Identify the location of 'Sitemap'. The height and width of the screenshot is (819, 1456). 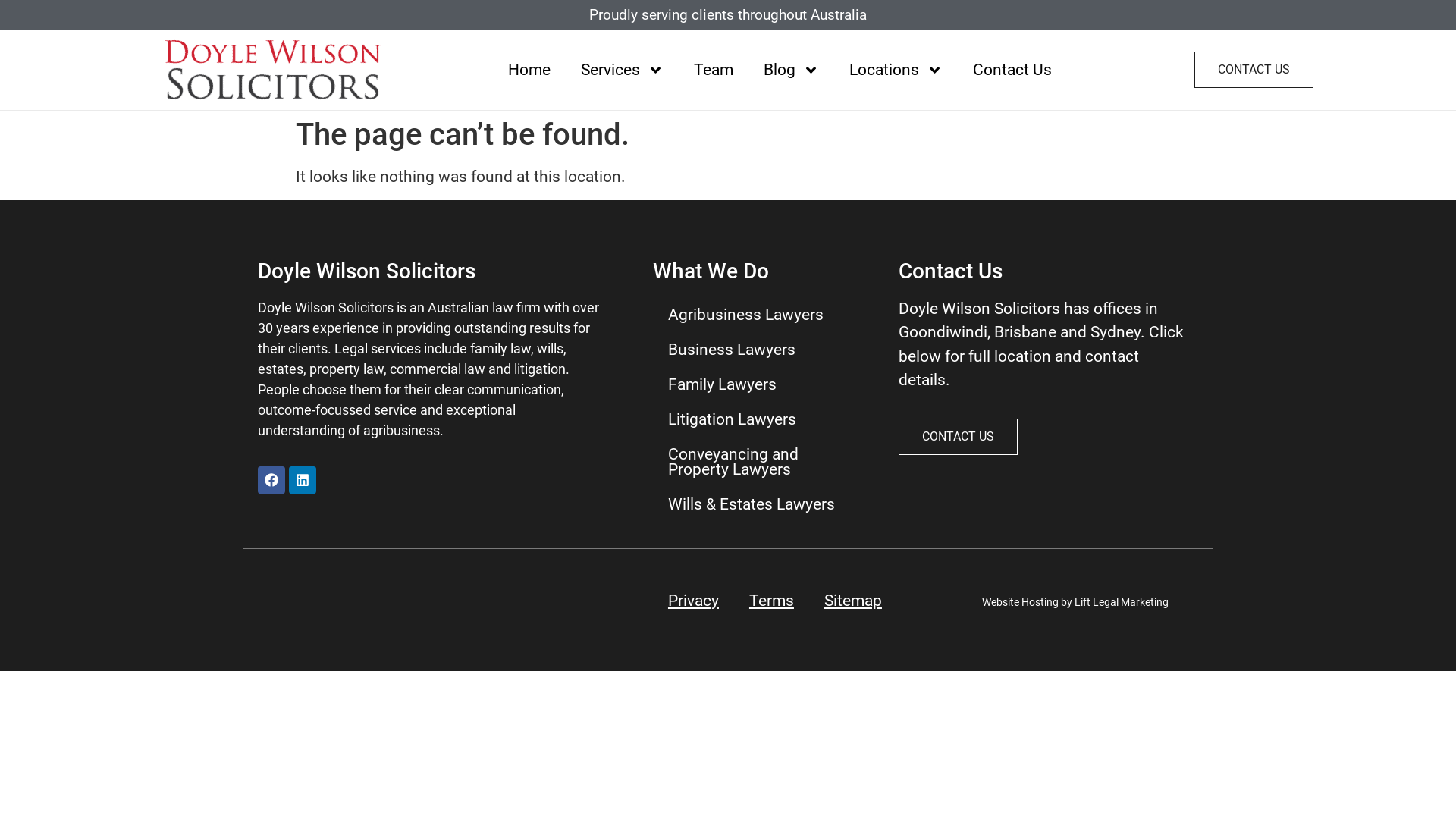
(852, 599).